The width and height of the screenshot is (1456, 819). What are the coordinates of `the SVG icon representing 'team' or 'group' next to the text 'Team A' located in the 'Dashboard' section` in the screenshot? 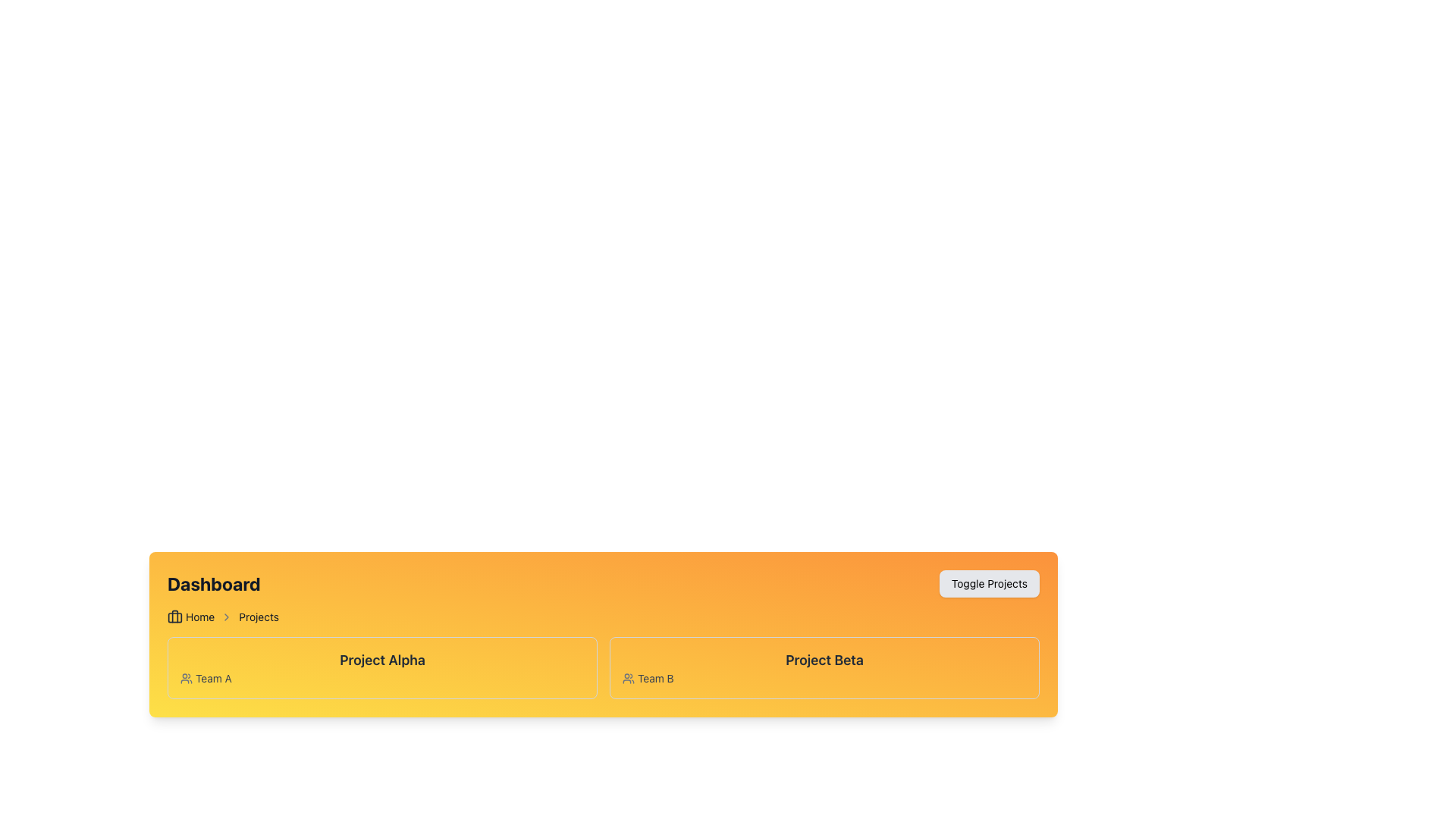 It's located at (185, 677).